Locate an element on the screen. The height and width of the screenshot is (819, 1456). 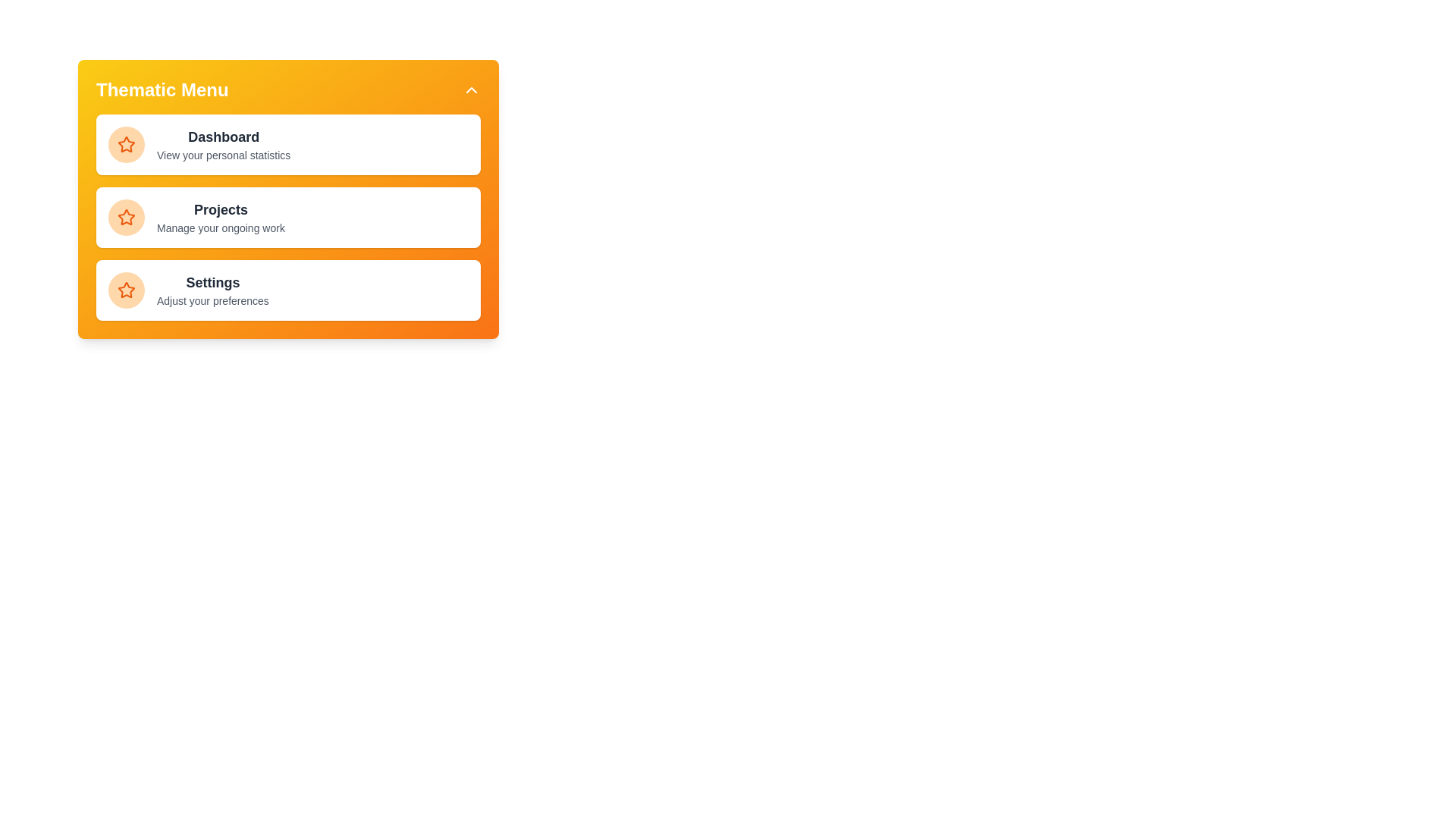
the menu item Dashboard by clicking on it is located at coordinates (288, 145).